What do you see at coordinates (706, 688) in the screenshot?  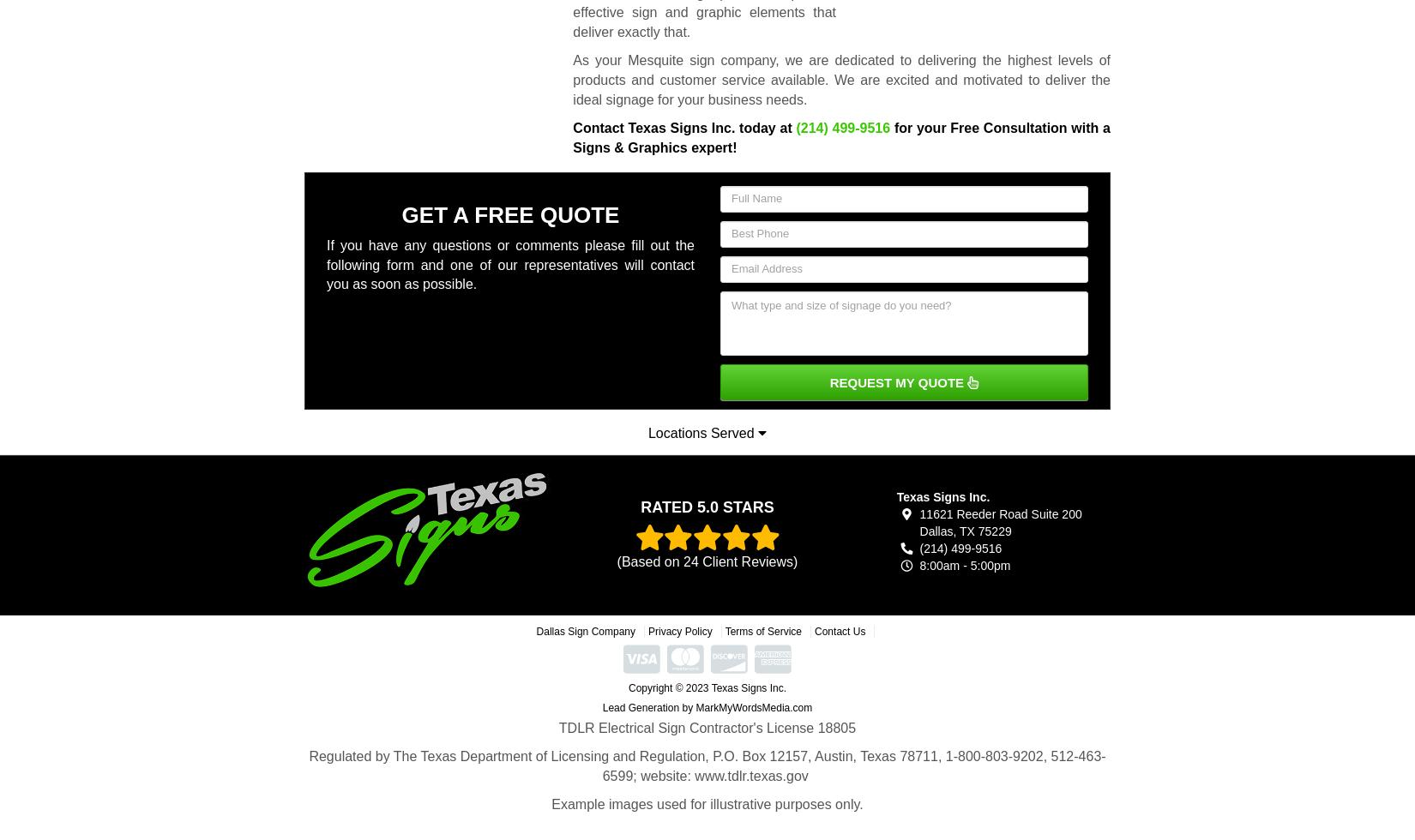 I see `'Copyright © 2023 Texas Signs Inc.'` at bounding box center [706, 688].